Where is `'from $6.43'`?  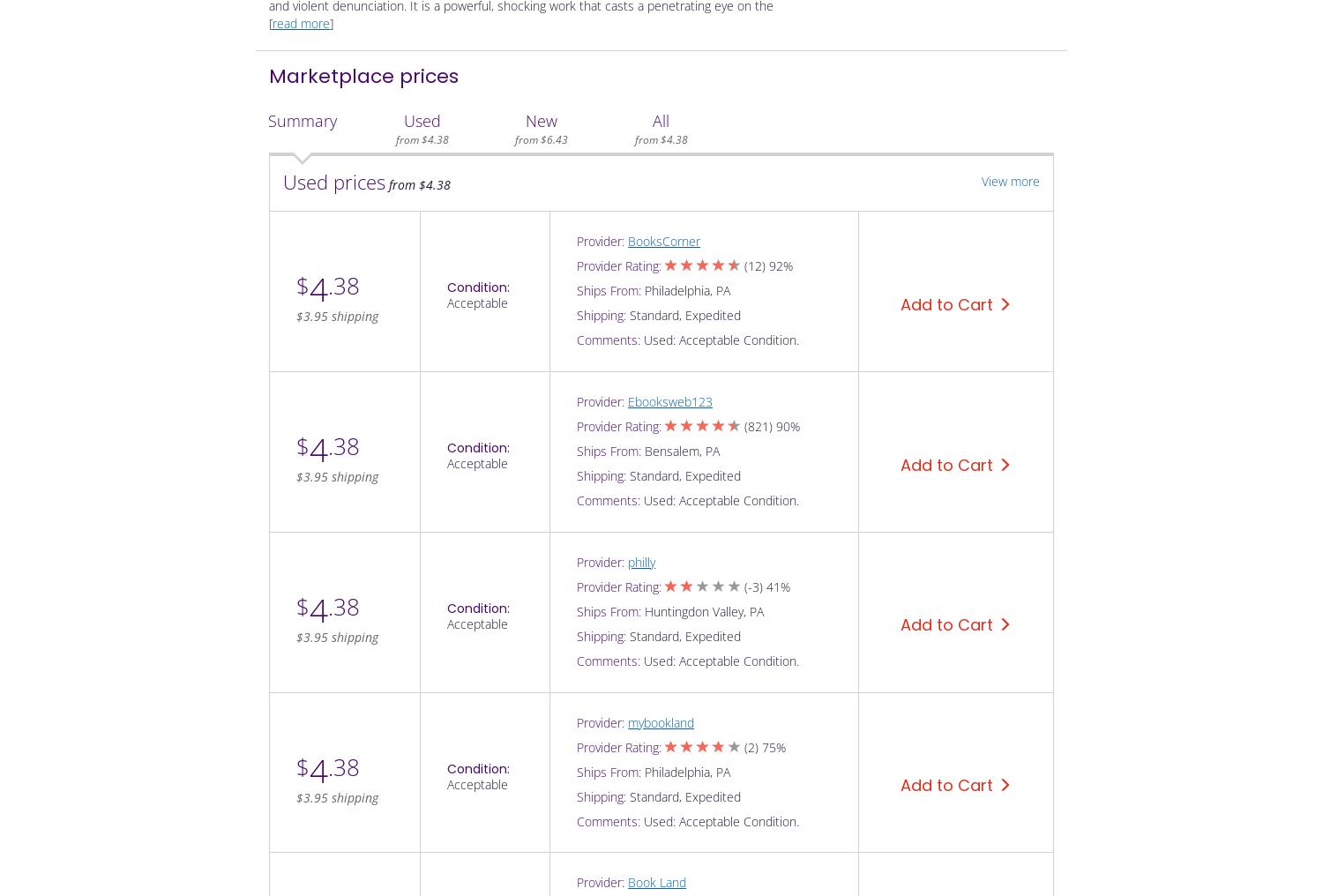 'from $6.43' is located at coordinates (540, 138).